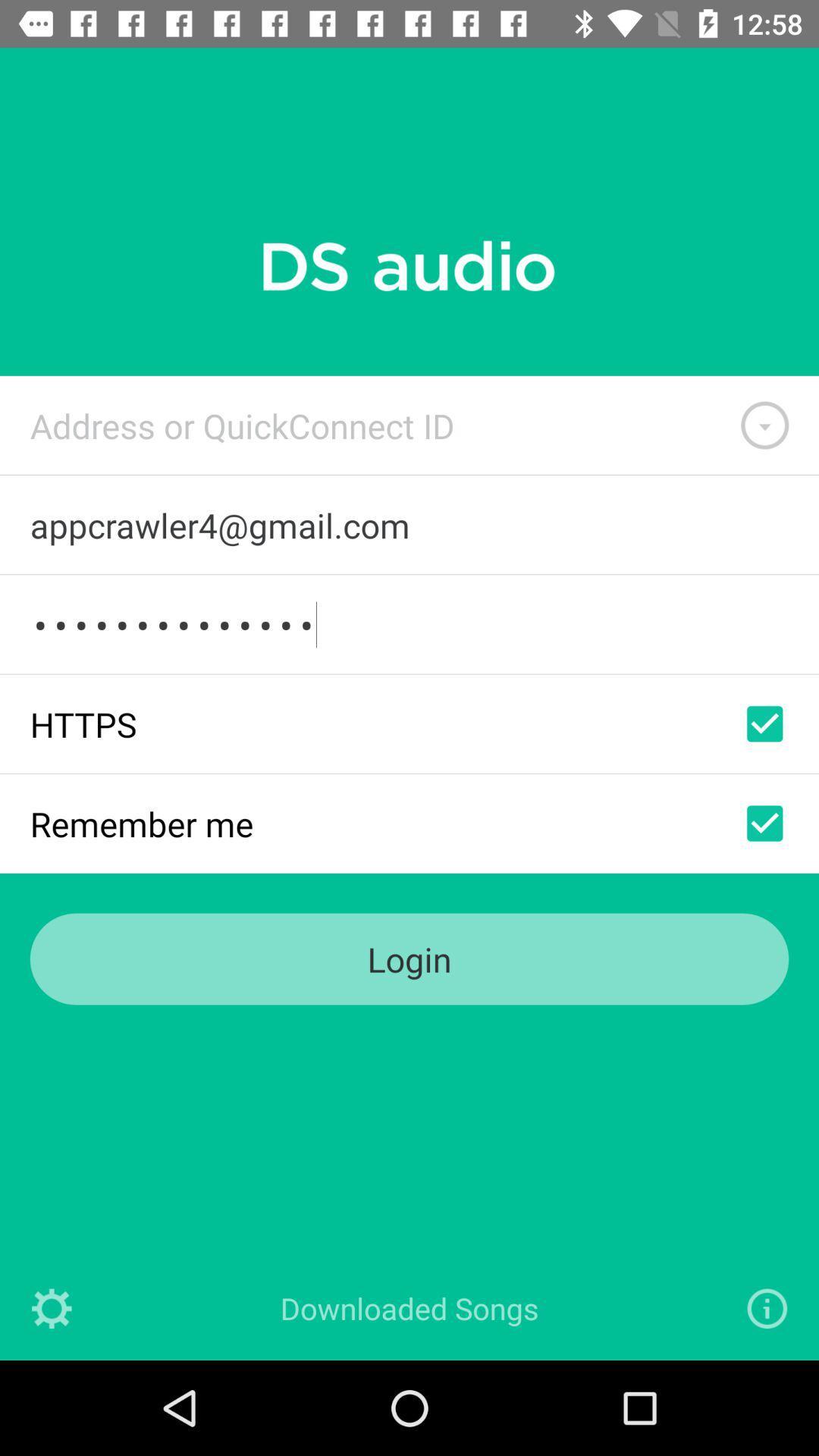  What do you see at coordinates (764, 723) in the screenshot?
I see `https mode` at bounding box center [764, 723].